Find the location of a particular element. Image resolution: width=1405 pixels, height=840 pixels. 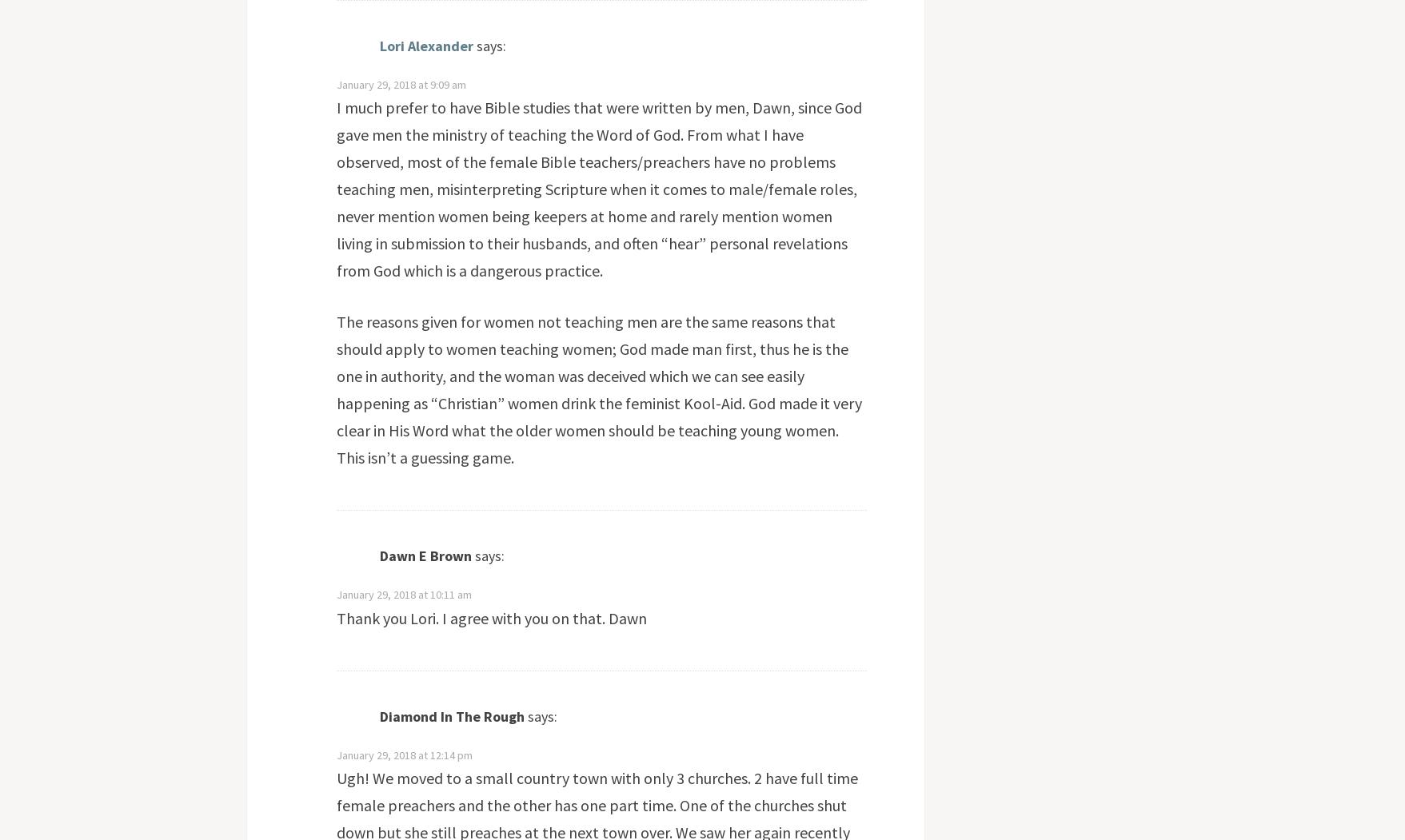

'Lori Alexander' is located at coordinates (425, 45).